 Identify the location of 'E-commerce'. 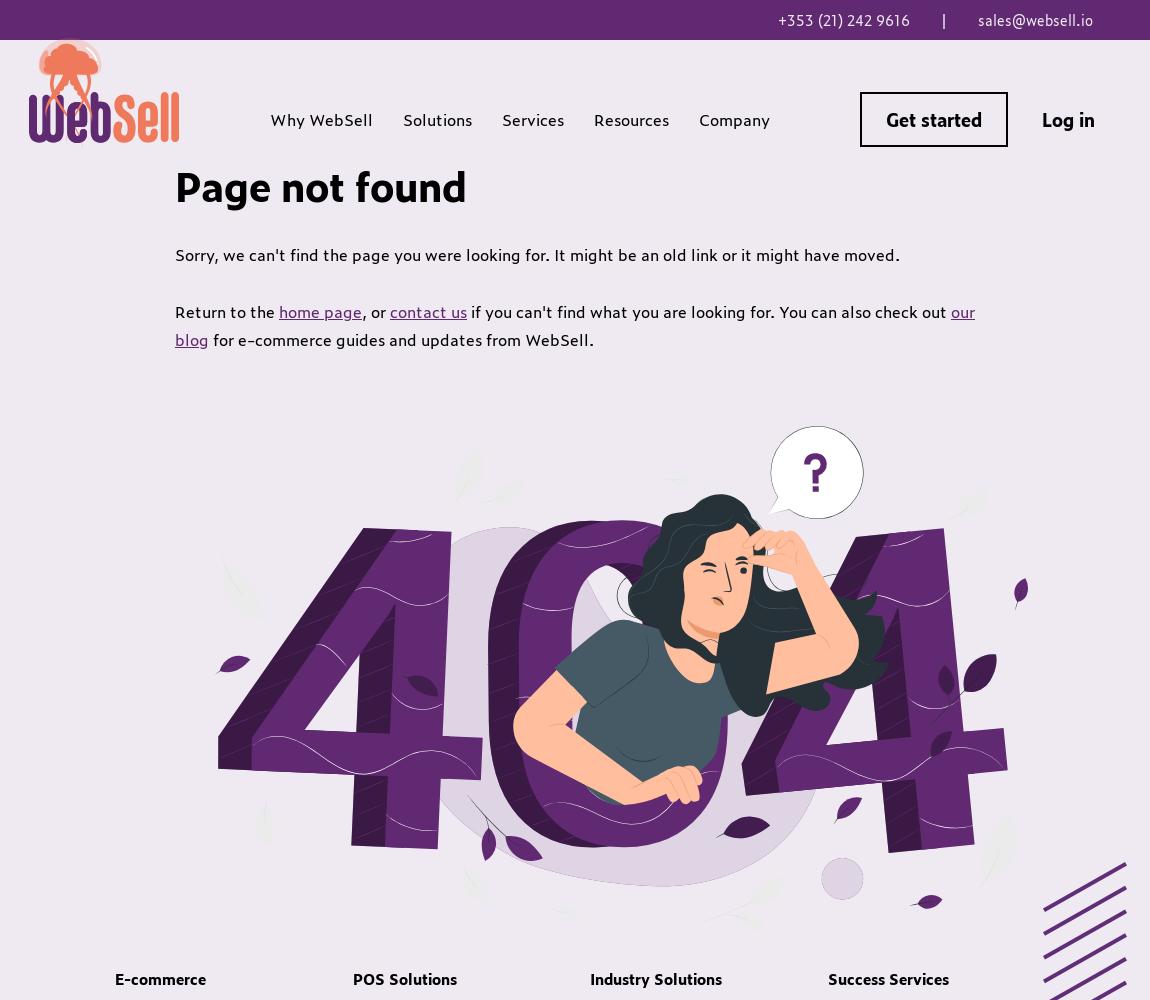
(159, 977).